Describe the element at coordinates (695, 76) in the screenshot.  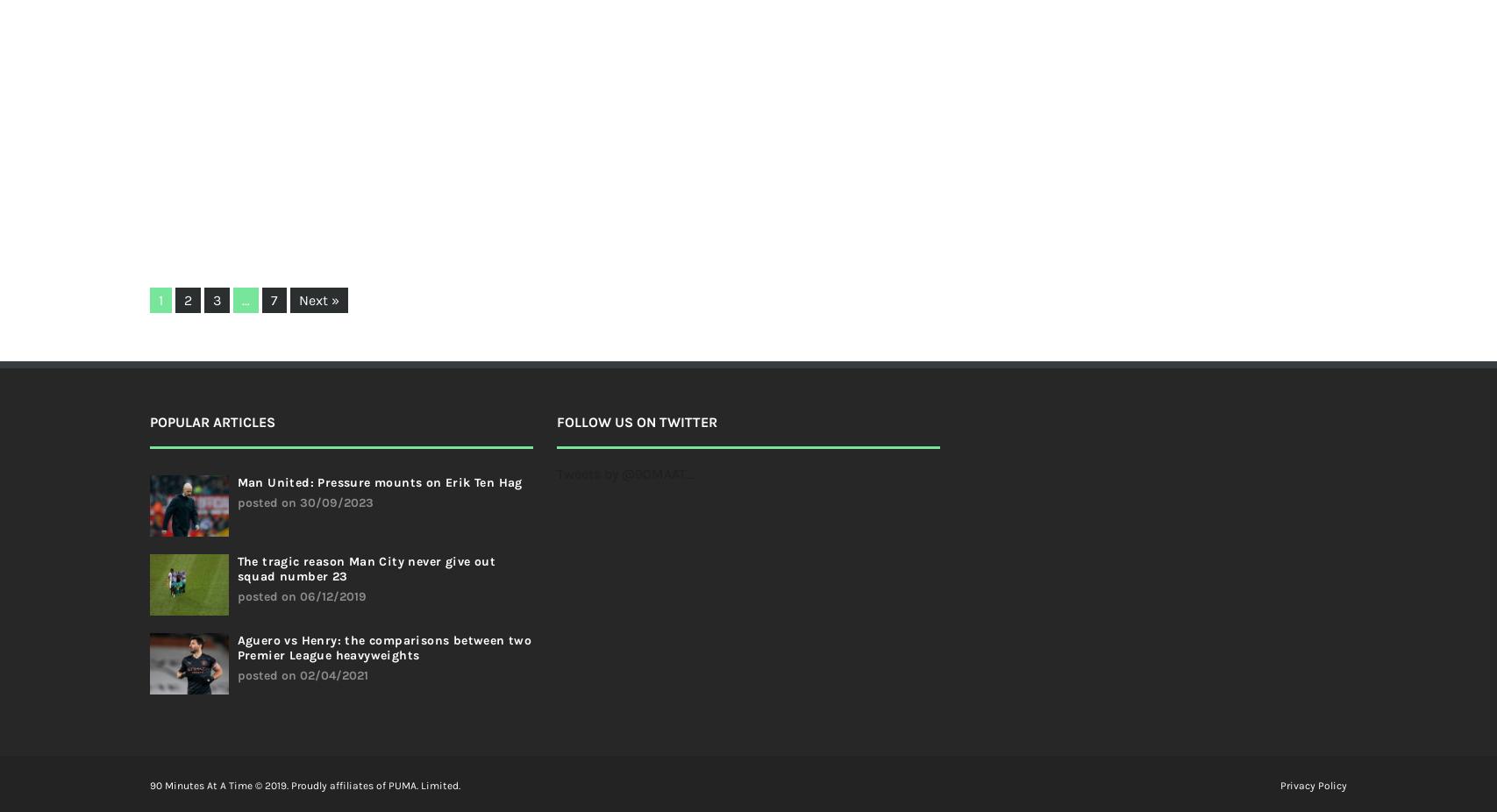
I see `'Thomas Tuchel: the German genius engineering Chelsea into winners'` at that location.